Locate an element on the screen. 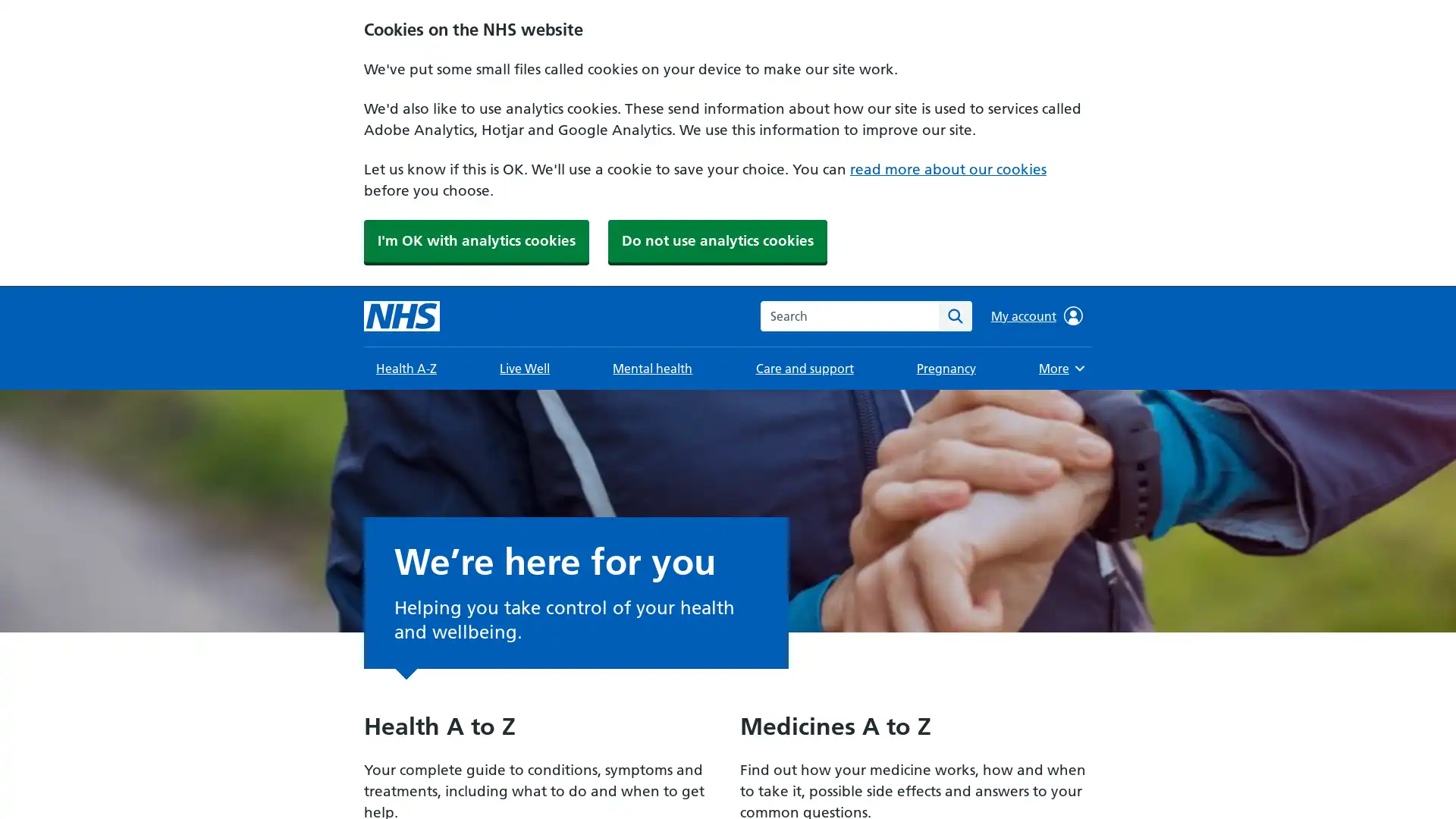  I'm OK with analytics cookies is located at coordinates (475, 240).